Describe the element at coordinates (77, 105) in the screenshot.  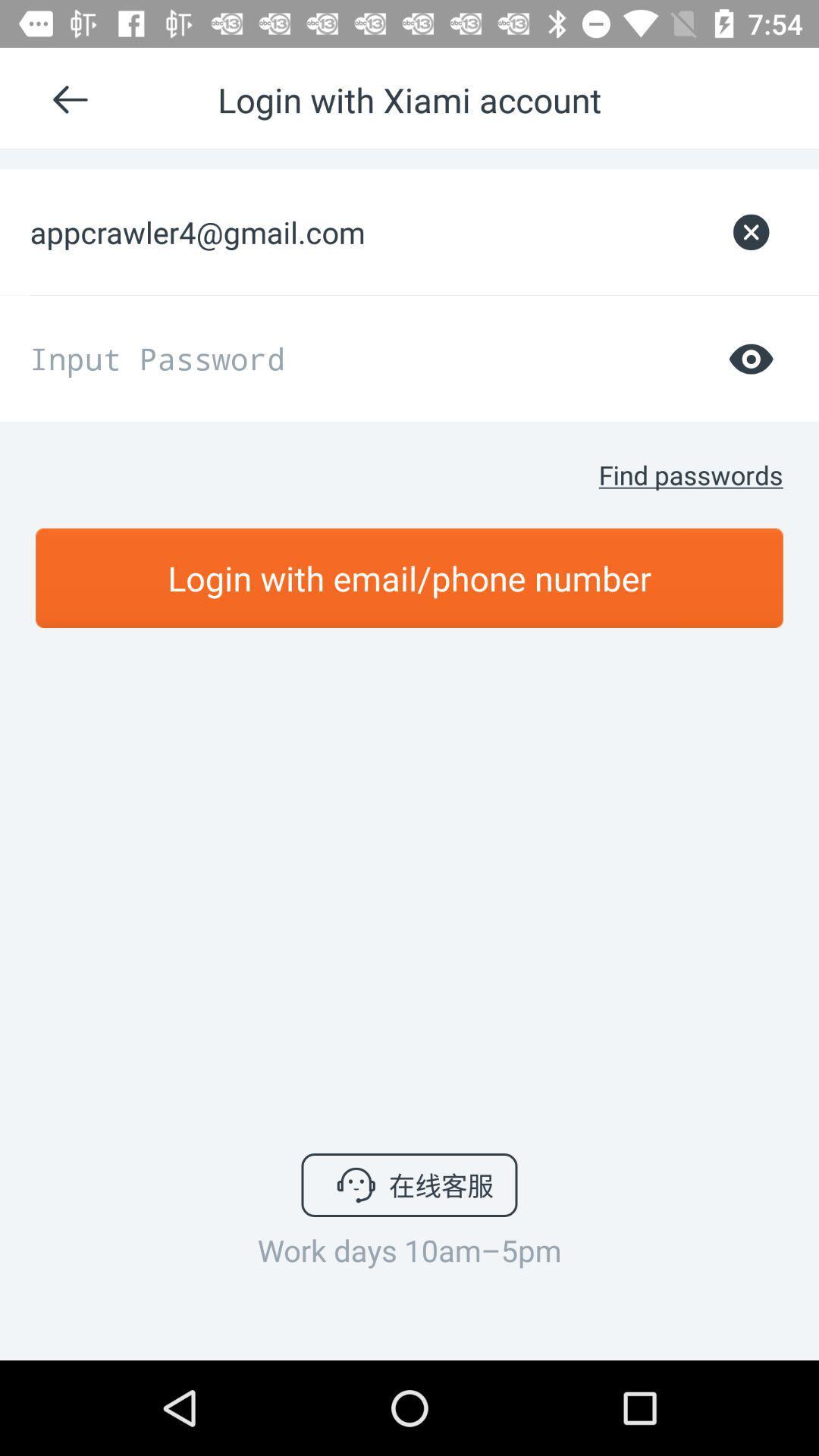
I see `the arrow_backward icon` at that location.